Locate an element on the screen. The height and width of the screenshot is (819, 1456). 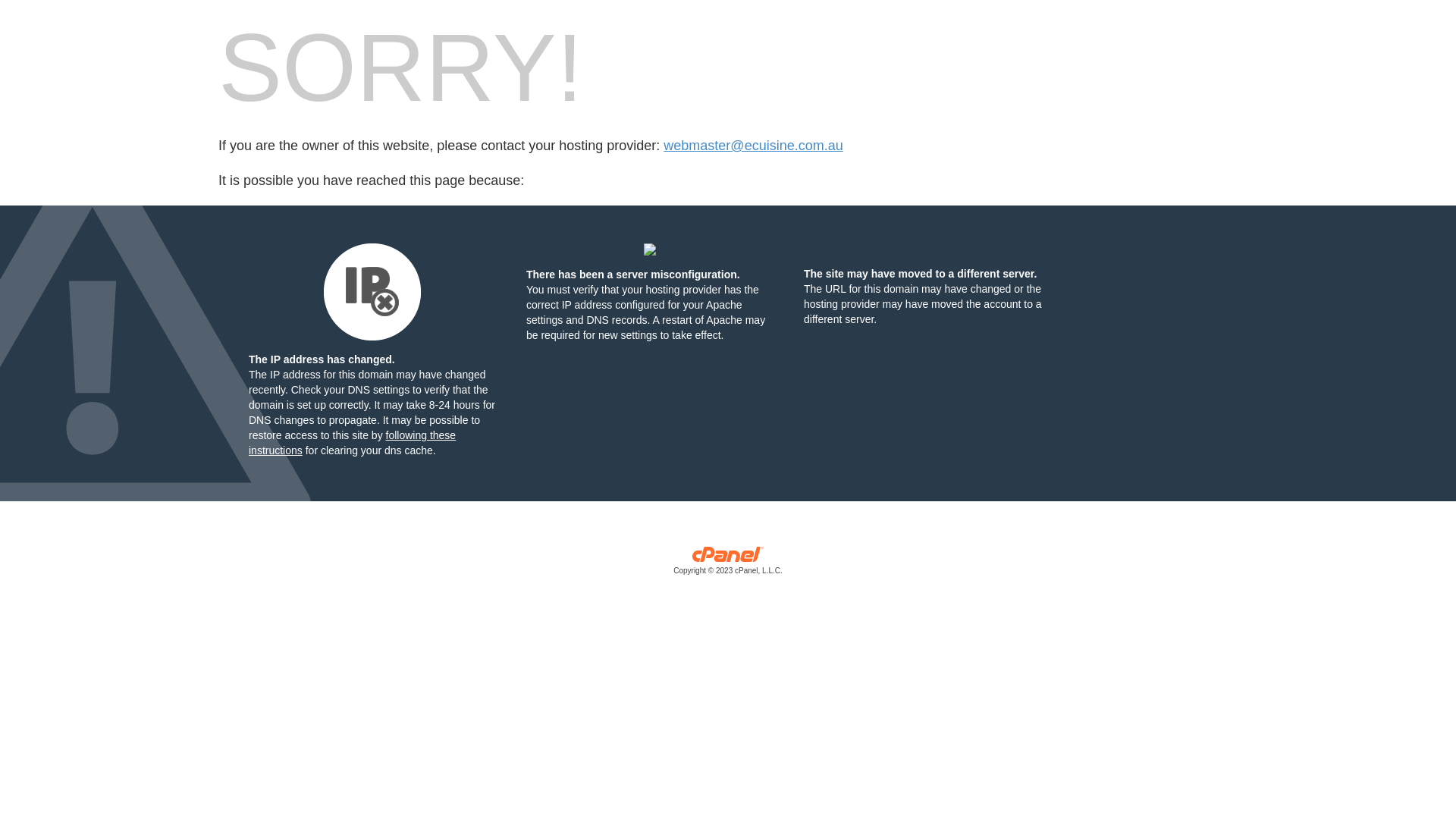
'webmaster@ecuisine.com.au' is located at coordinates (663, 146).